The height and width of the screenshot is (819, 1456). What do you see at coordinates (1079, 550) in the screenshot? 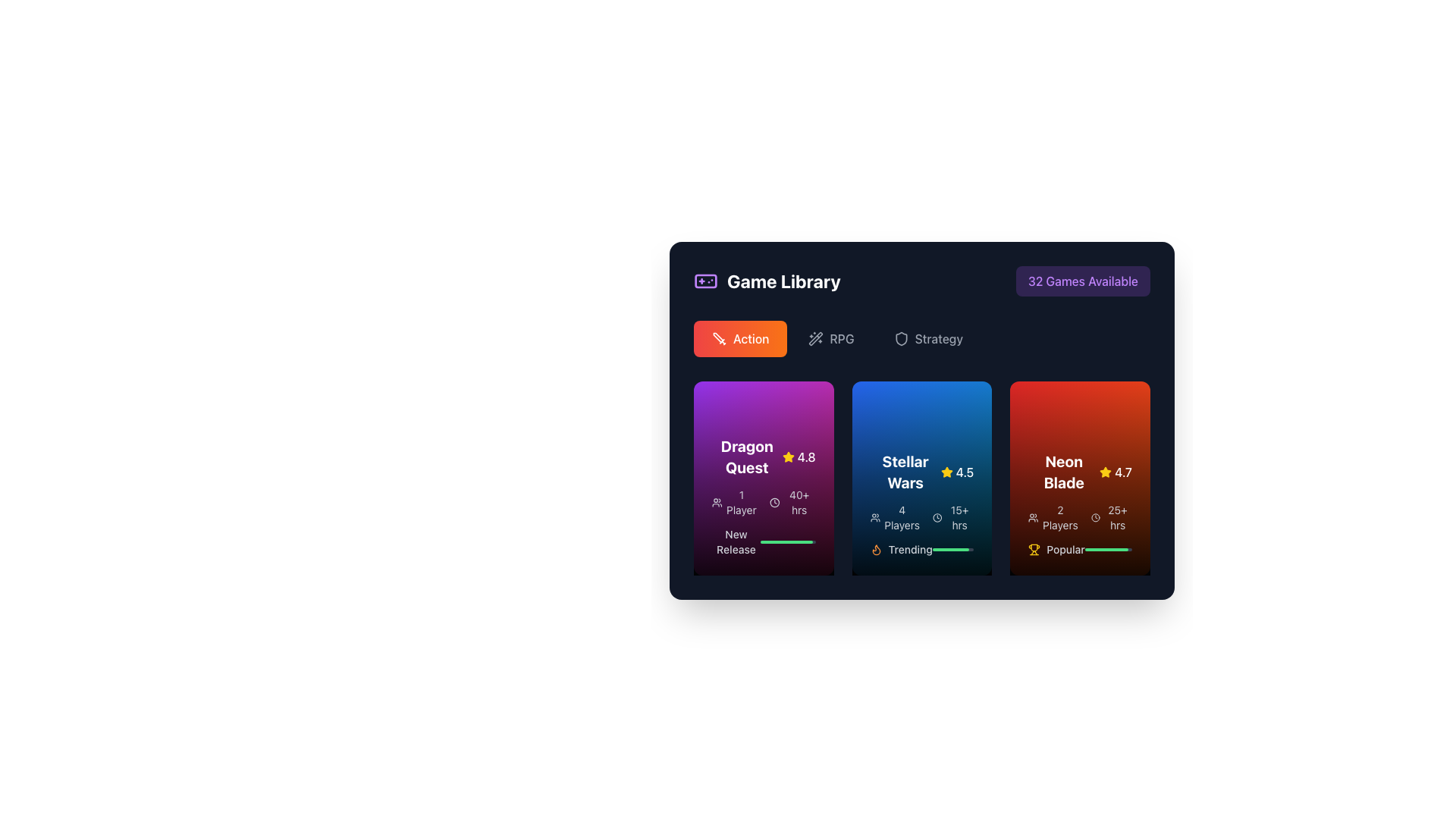
I see `text 'Popular' from the informational label with an icon and progress bar located at the bottom section of the 'Neon Blade' game card, which is the third card in the row` at bounding box center [1079, 550].